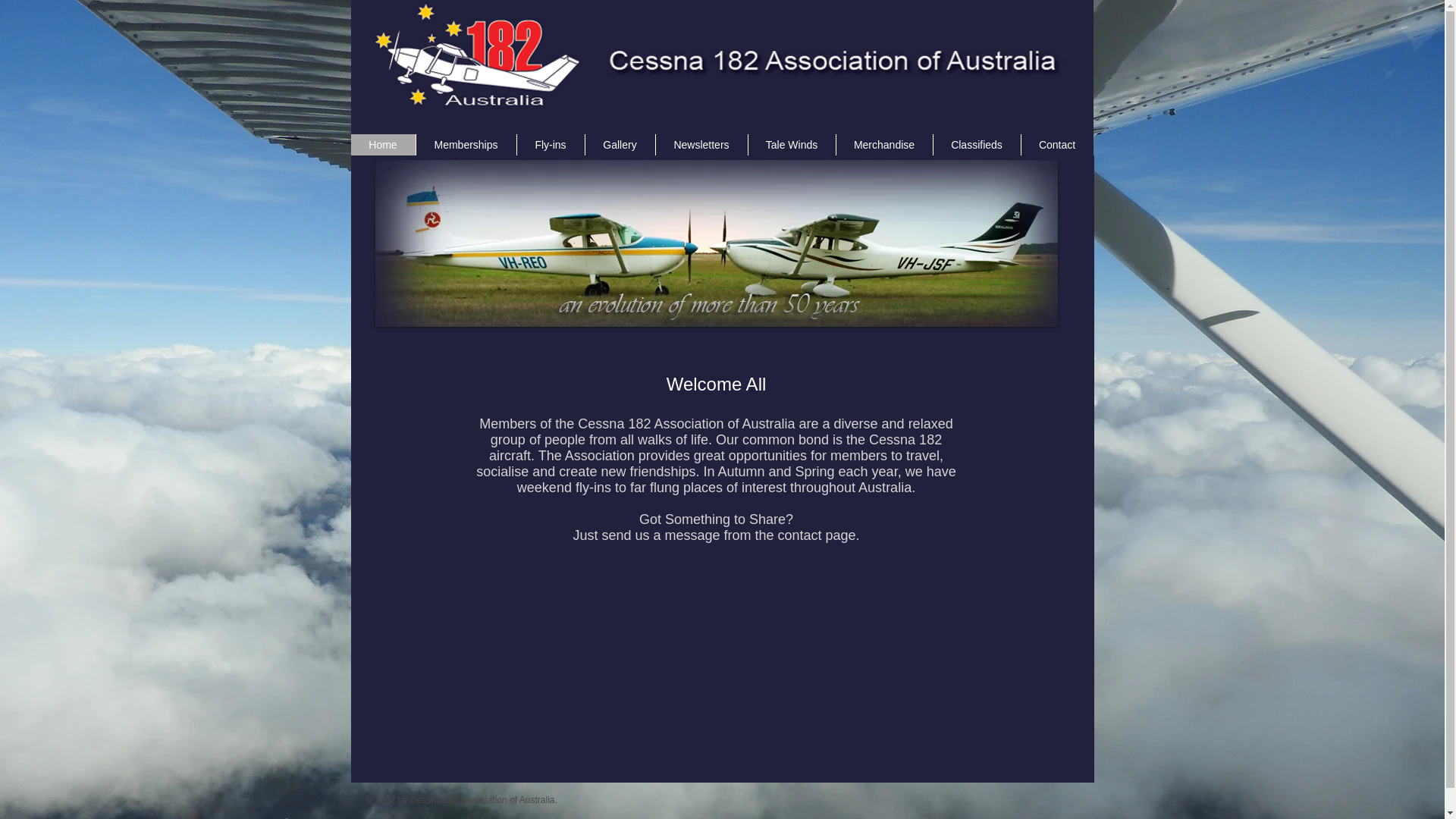 The image size is (1456, 819). Describe the element at coordinates (465, 145) in the screenshot. I see `'Memberships'` at that location.